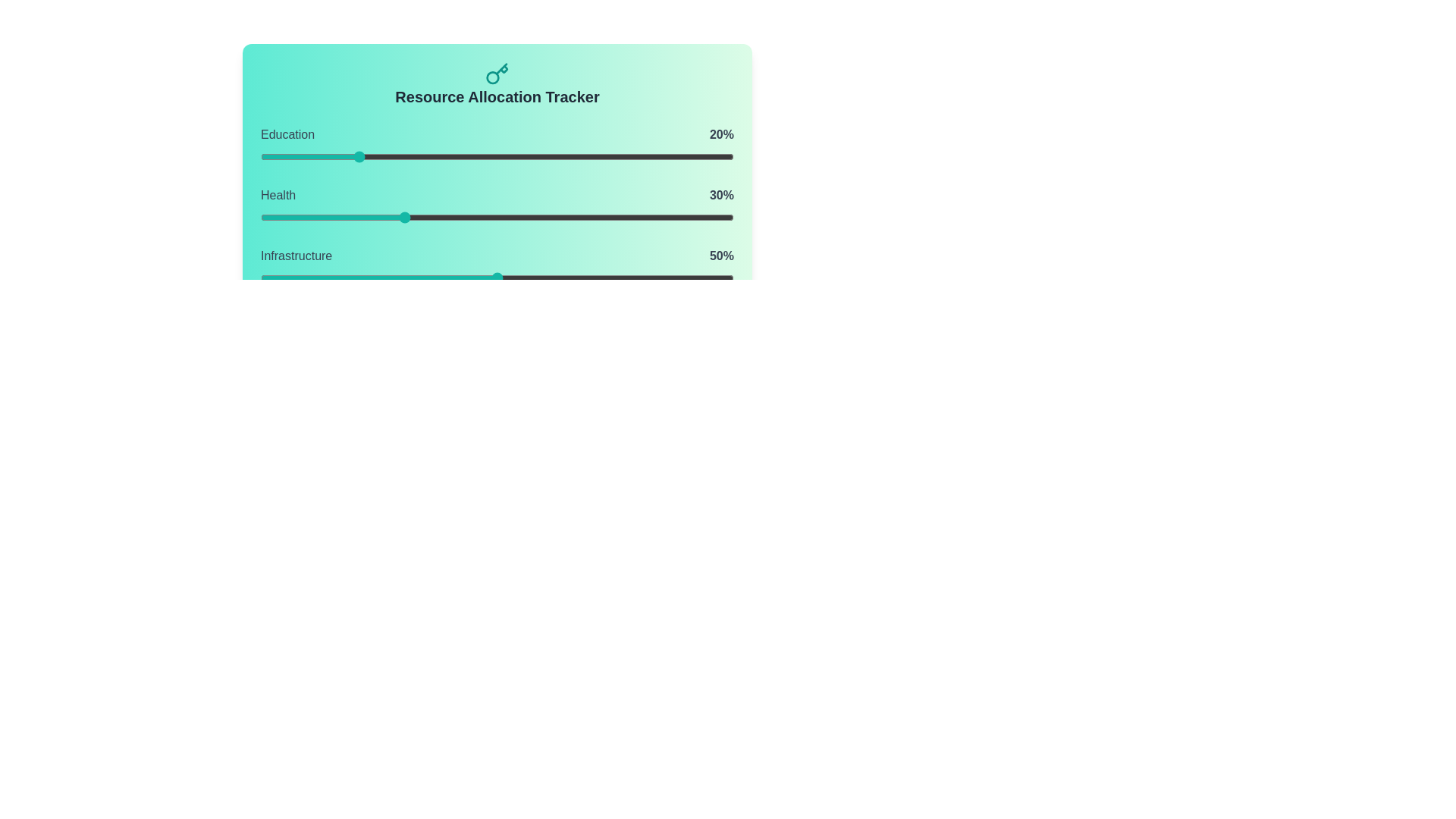 Image resolution: width=1456 pixels, height=819 pixels. I want to click on the Education slider to 34% allocation, so click(422, 157).